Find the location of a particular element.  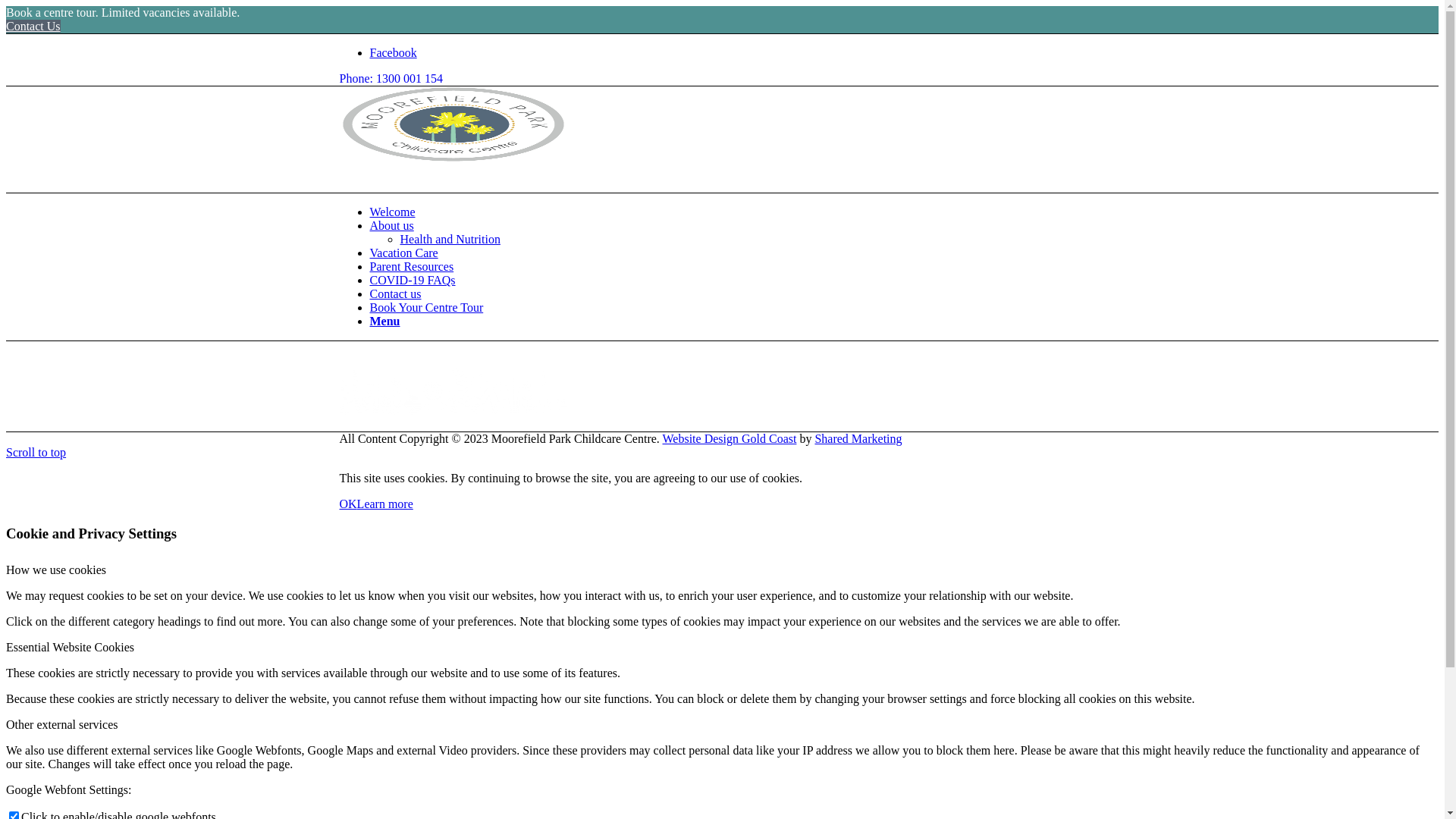

'OK' is located at coordinates (347, 504).